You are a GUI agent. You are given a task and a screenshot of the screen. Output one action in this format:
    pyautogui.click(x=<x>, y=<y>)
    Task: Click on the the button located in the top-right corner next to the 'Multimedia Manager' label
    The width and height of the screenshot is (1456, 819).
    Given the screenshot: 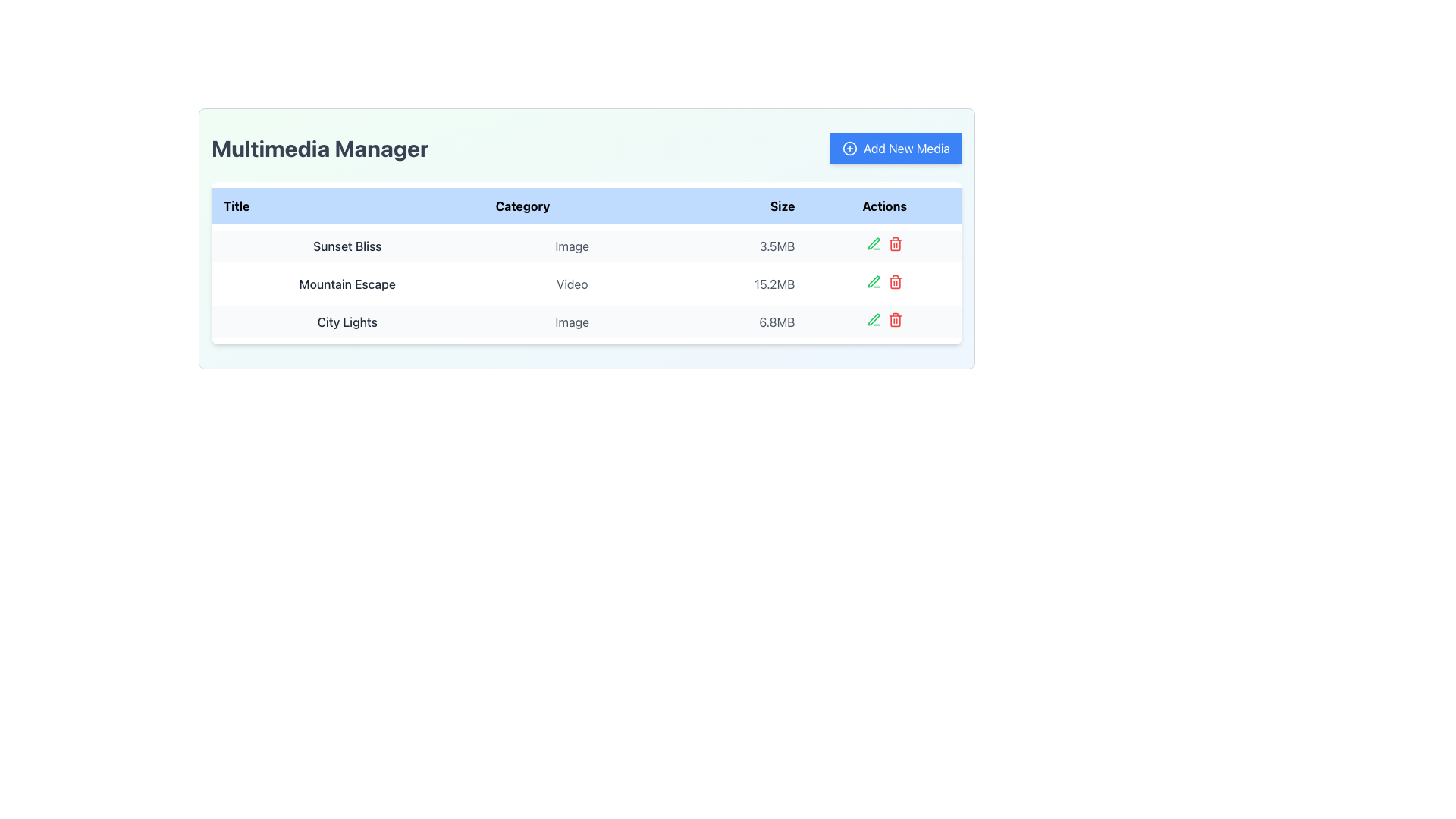 What is the action you would take?
    pyautogui.click(x=896, y=149)
    